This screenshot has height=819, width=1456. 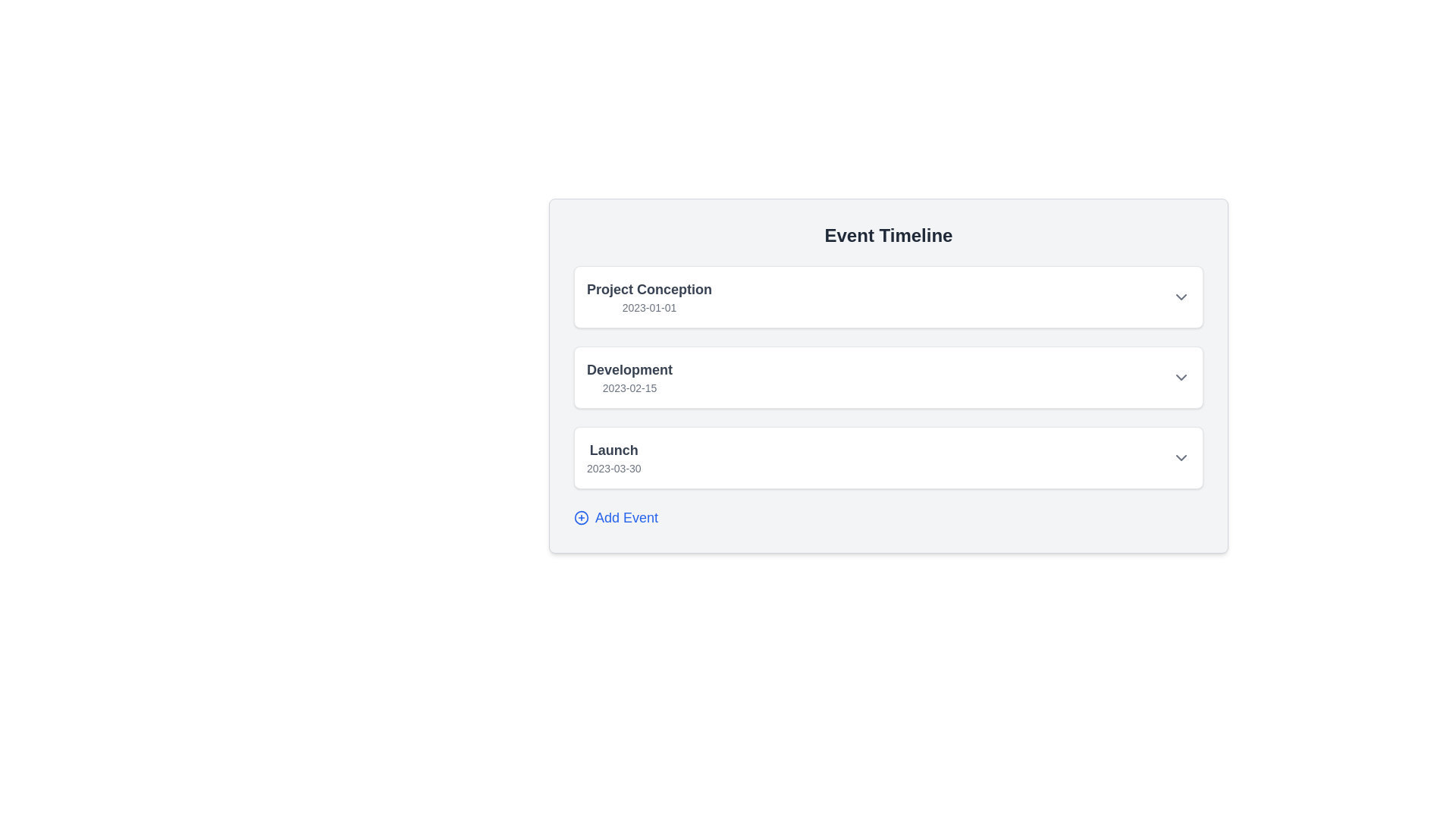 What do you see at coordinates (649, 307) in the screenshot?
I see `the text label displaying '2023-01-01' located below the 'Project Conception' header in the 'Event Timeline' section to check for interactive actions` at bounding box center [649, 307].